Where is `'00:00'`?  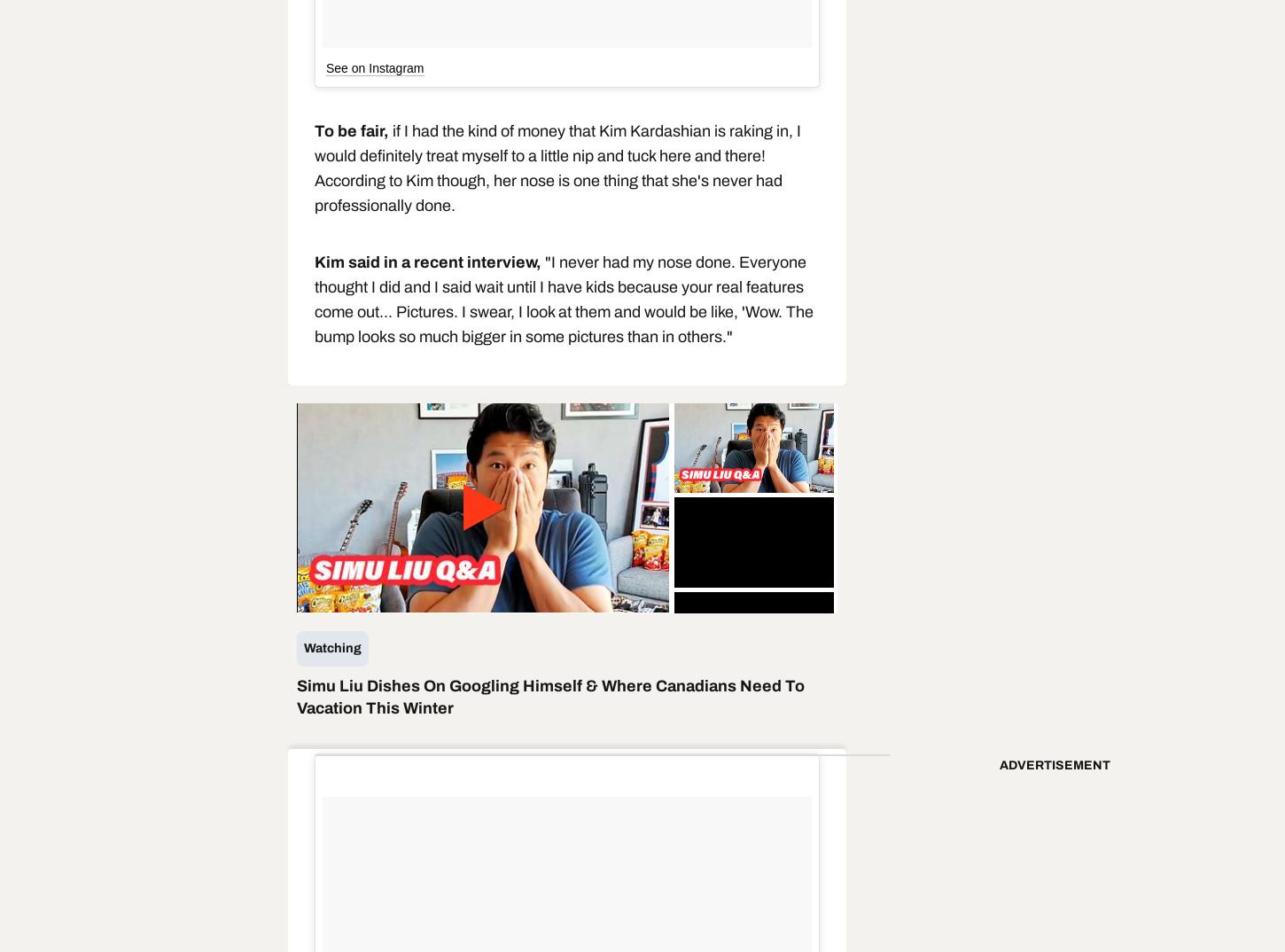
'00:00' is located at coordinates (385, 597).